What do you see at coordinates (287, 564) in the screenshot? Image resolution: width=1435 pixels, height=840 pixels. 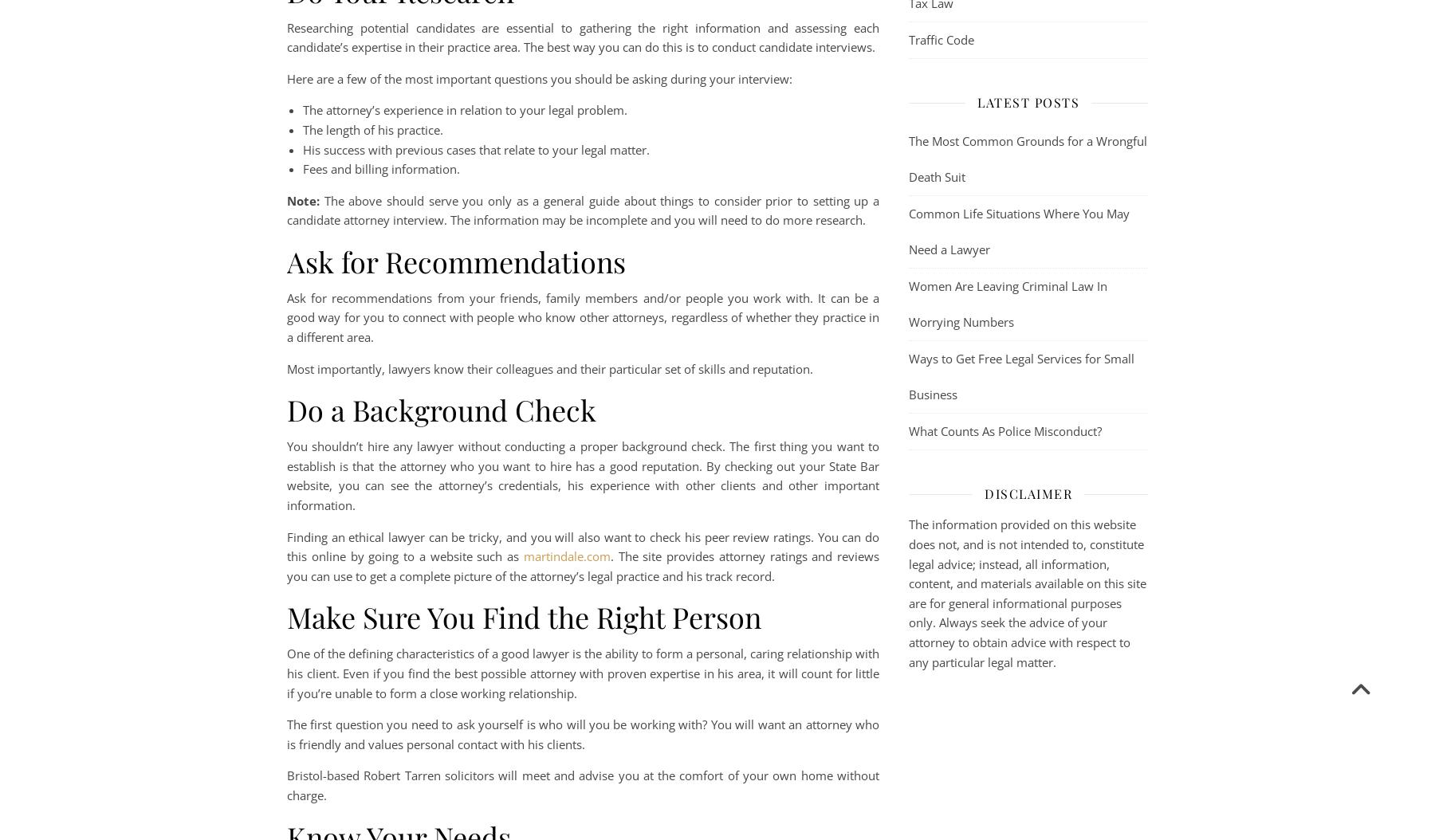 I see `'. The site provides attorney ratings and reviews you can use to get a complete picture of the attorney’s legal practice and his track record.'` at bounding box center [287, 564].